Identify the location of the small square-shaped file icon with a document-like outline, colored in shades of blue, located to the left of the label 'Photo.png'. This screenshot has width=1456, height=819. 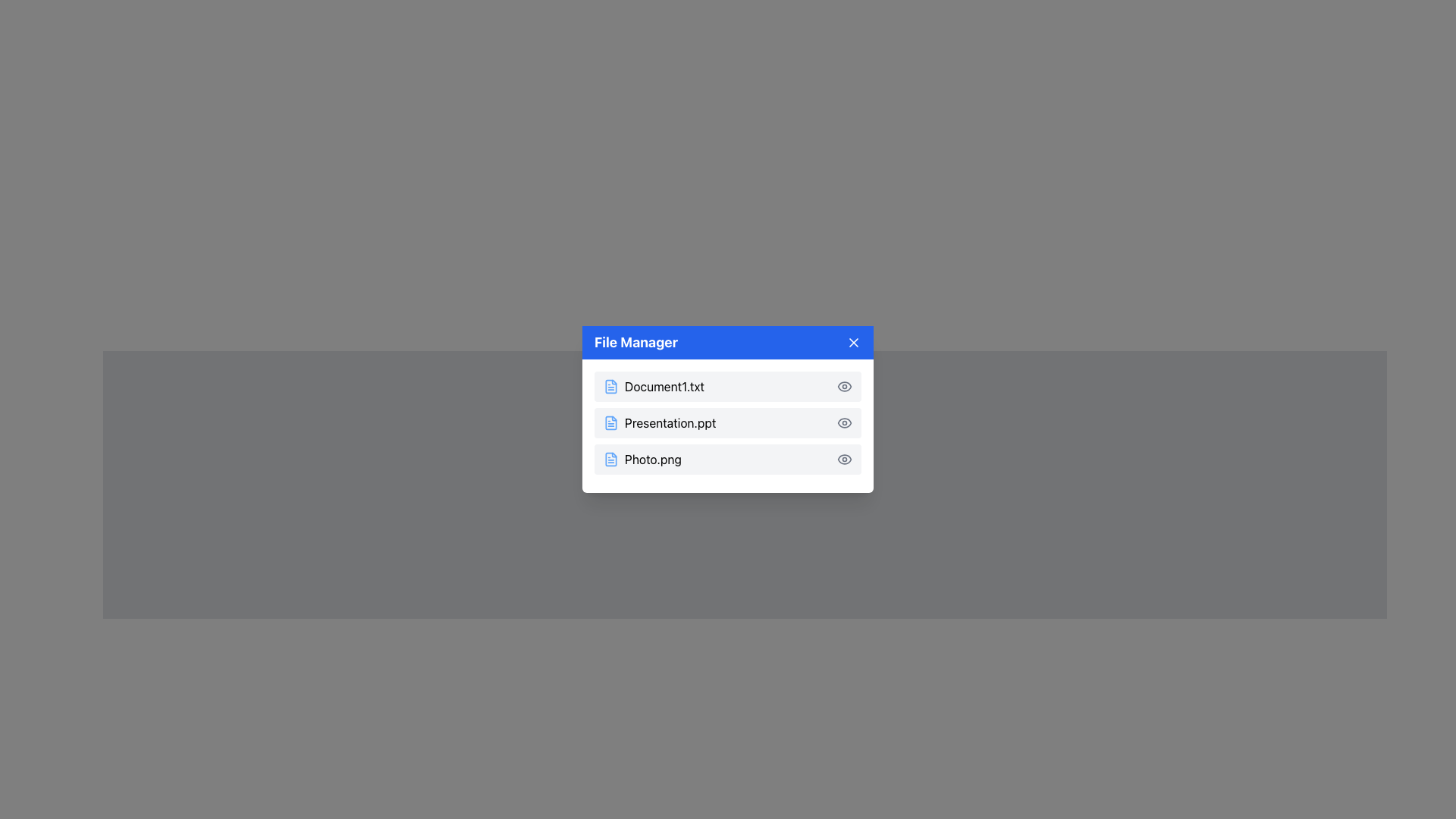
(611, 458).